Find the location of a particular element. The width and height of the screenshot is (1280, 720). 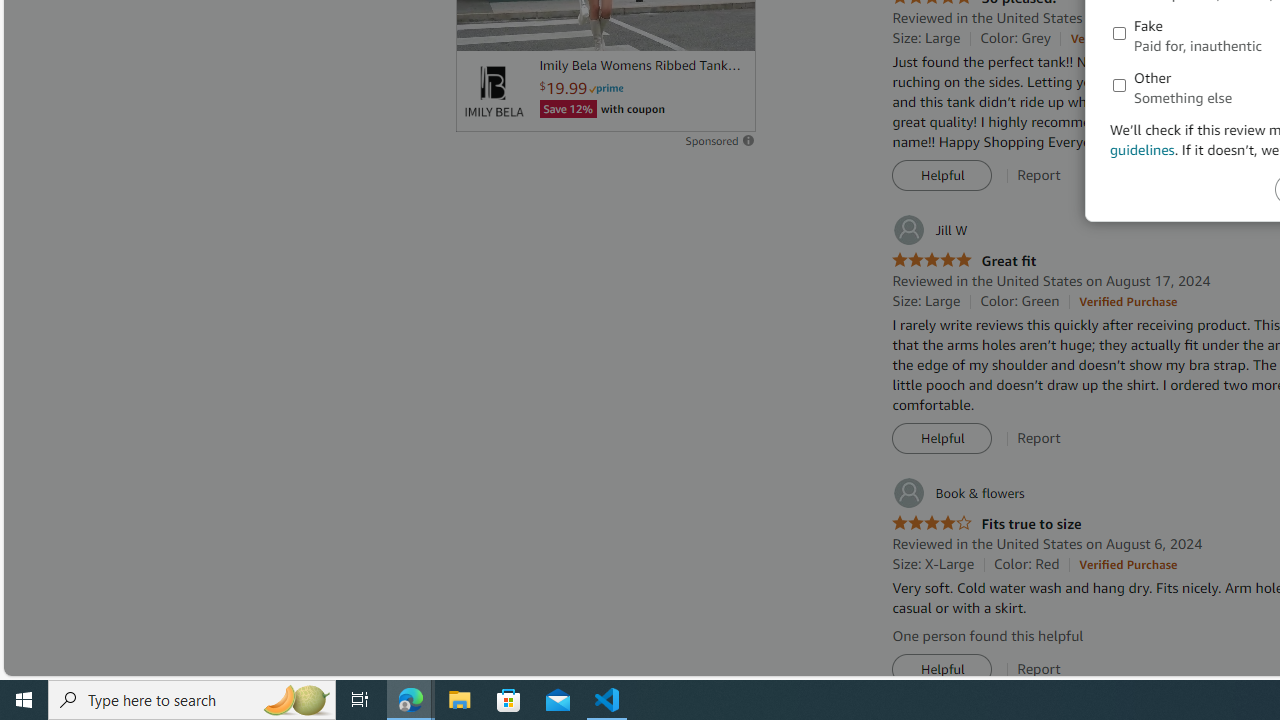

'4.0 out of 5 stars Fits true to size' is located at coordinates (986, 523).